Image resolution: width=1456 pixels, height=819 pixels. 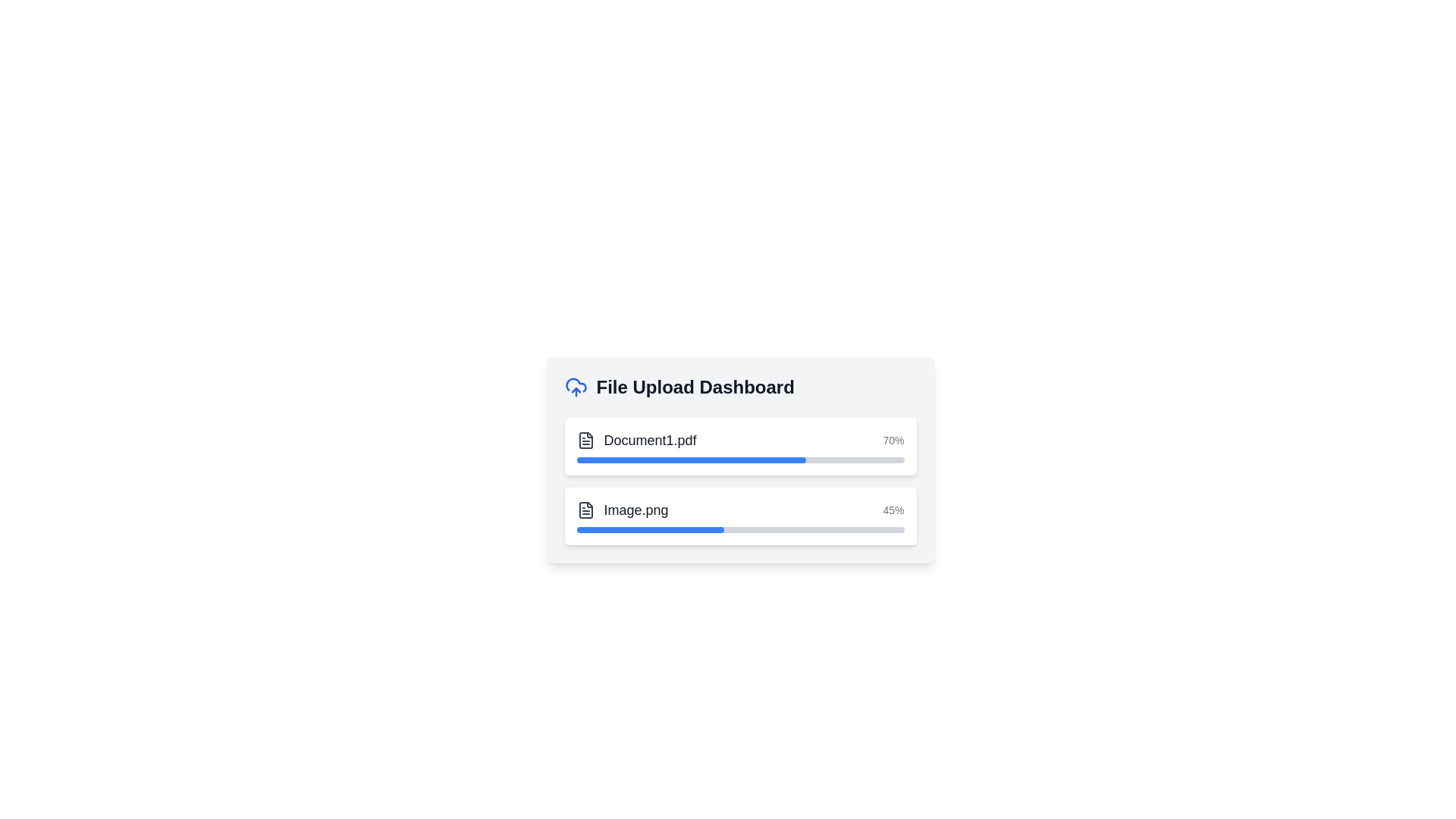 What do you see at coordinates (740, 482) in the screenshot?
I see `the file names in the List of progress indicators within the 'File Upload Dashboard' panel` at bounding box center [740, 482].